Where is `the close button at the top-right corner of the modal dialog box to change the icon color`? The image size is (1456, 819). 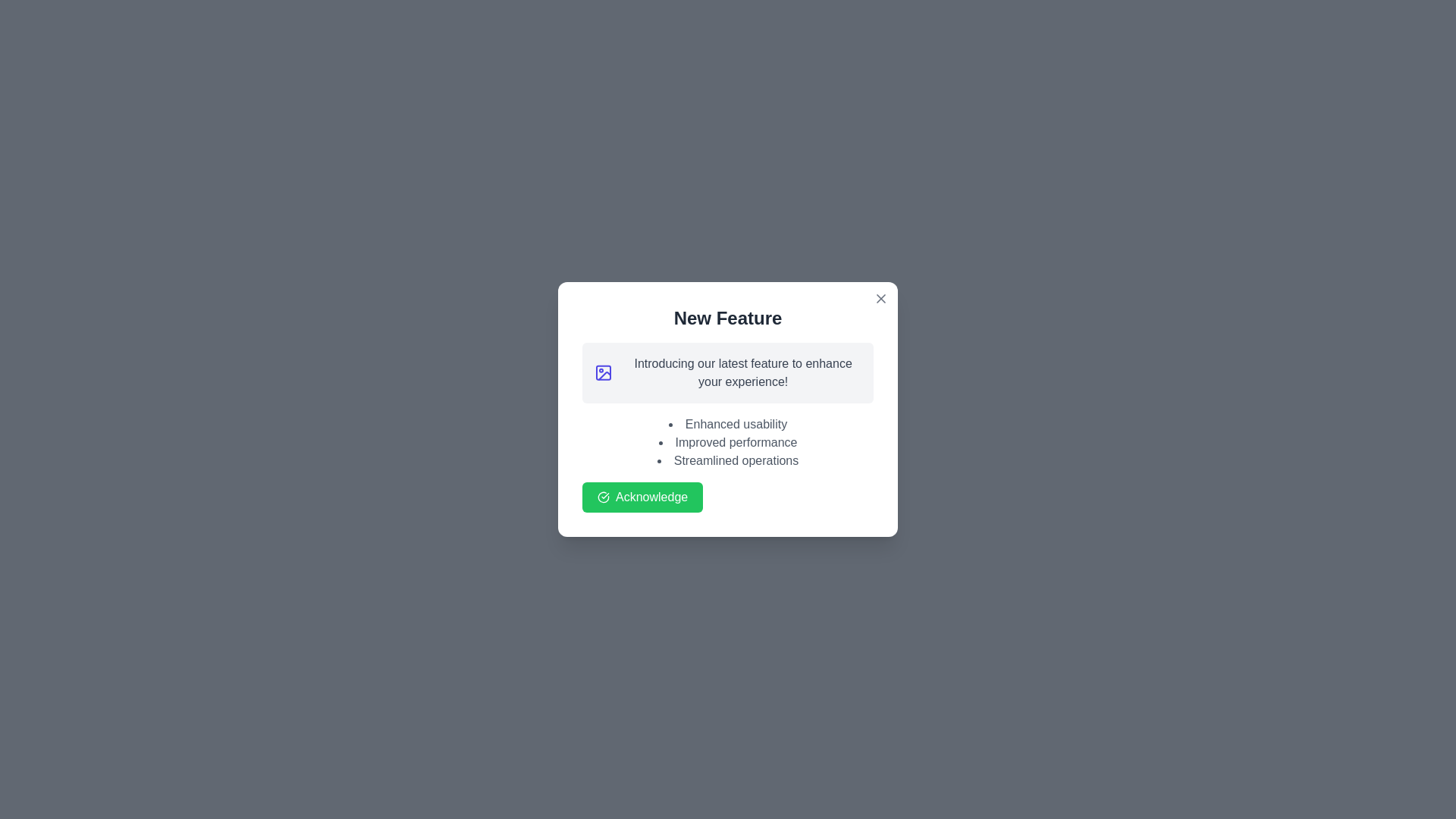
the close button at the top-right corner of the modal dialog box to change the icon color is located at coordinates (880, 298).